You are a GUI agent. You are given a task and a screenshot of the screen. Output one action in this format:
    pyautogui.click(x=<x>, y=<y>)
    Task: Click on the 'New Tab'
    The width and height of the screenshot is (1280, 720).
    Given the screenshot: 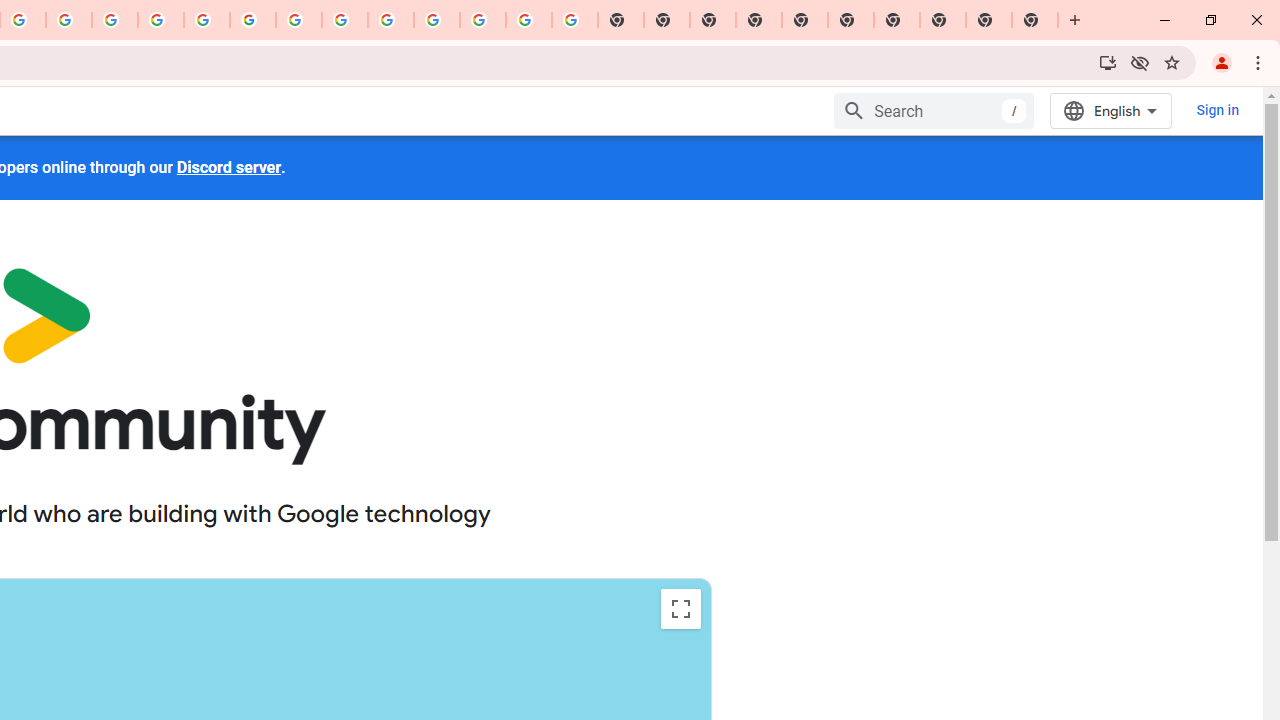 What is the action you would take?
    pyautogui.click(x=1035, y=20)
    